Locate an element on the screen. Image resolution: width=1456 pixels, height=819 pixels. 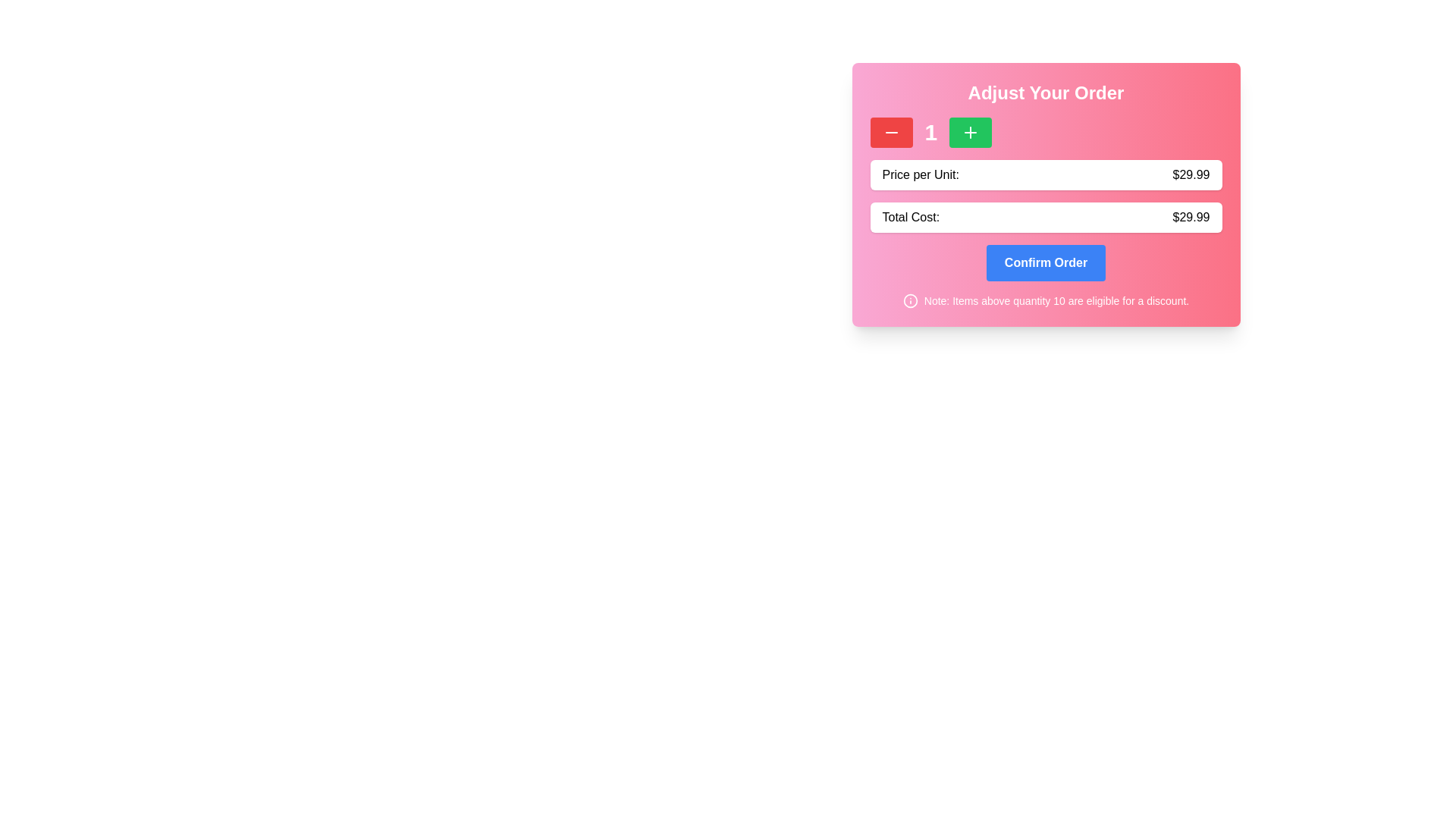
text label displaying 'Price per Unit:' which is positioned on the left side of the price value '$29.99' is located at coordinates (920, 174).